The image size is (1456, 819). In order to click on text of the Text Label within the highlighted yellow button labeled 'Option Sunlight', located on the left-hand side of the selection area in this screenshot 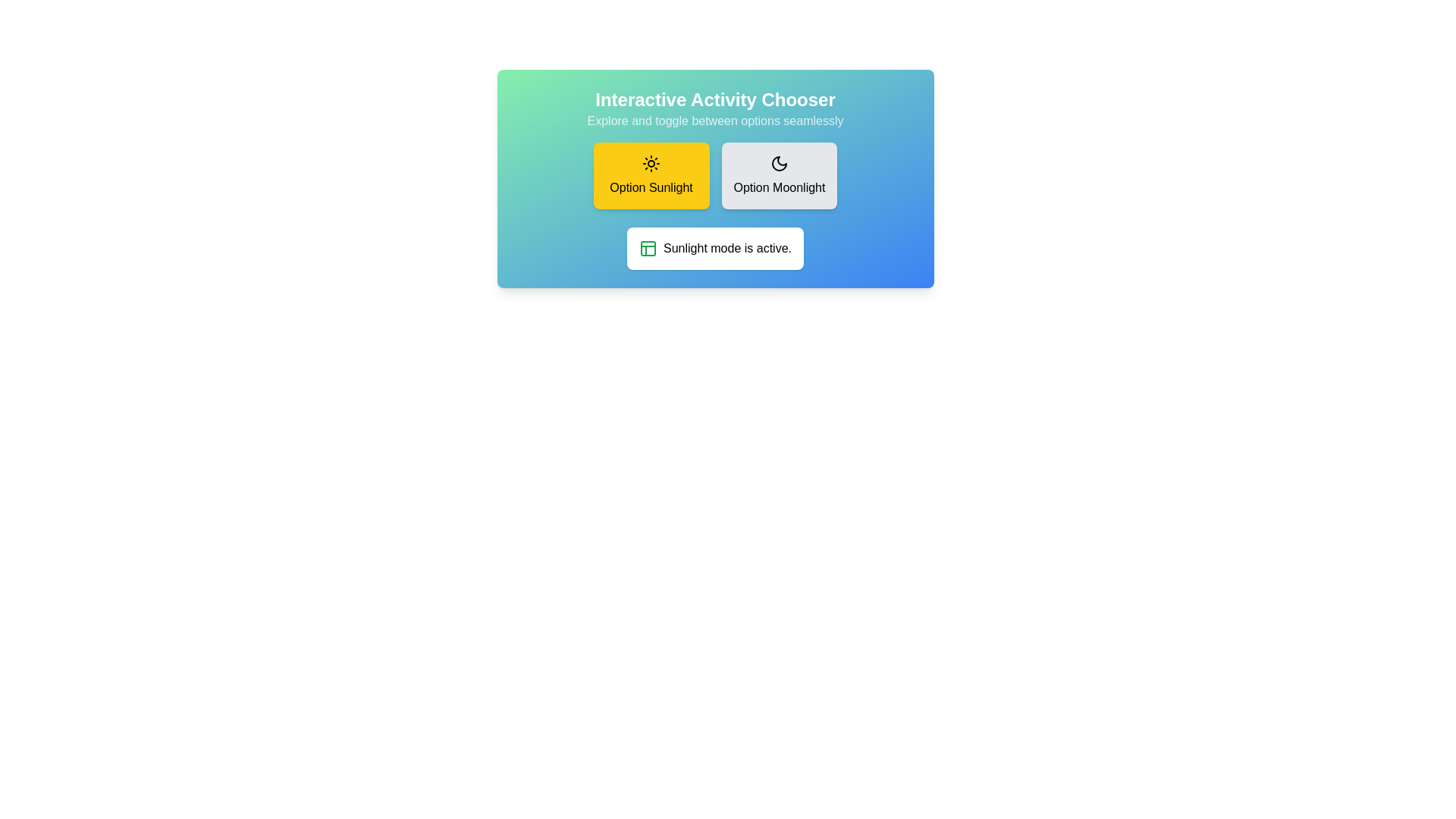, I will do `click(651, 187)`.